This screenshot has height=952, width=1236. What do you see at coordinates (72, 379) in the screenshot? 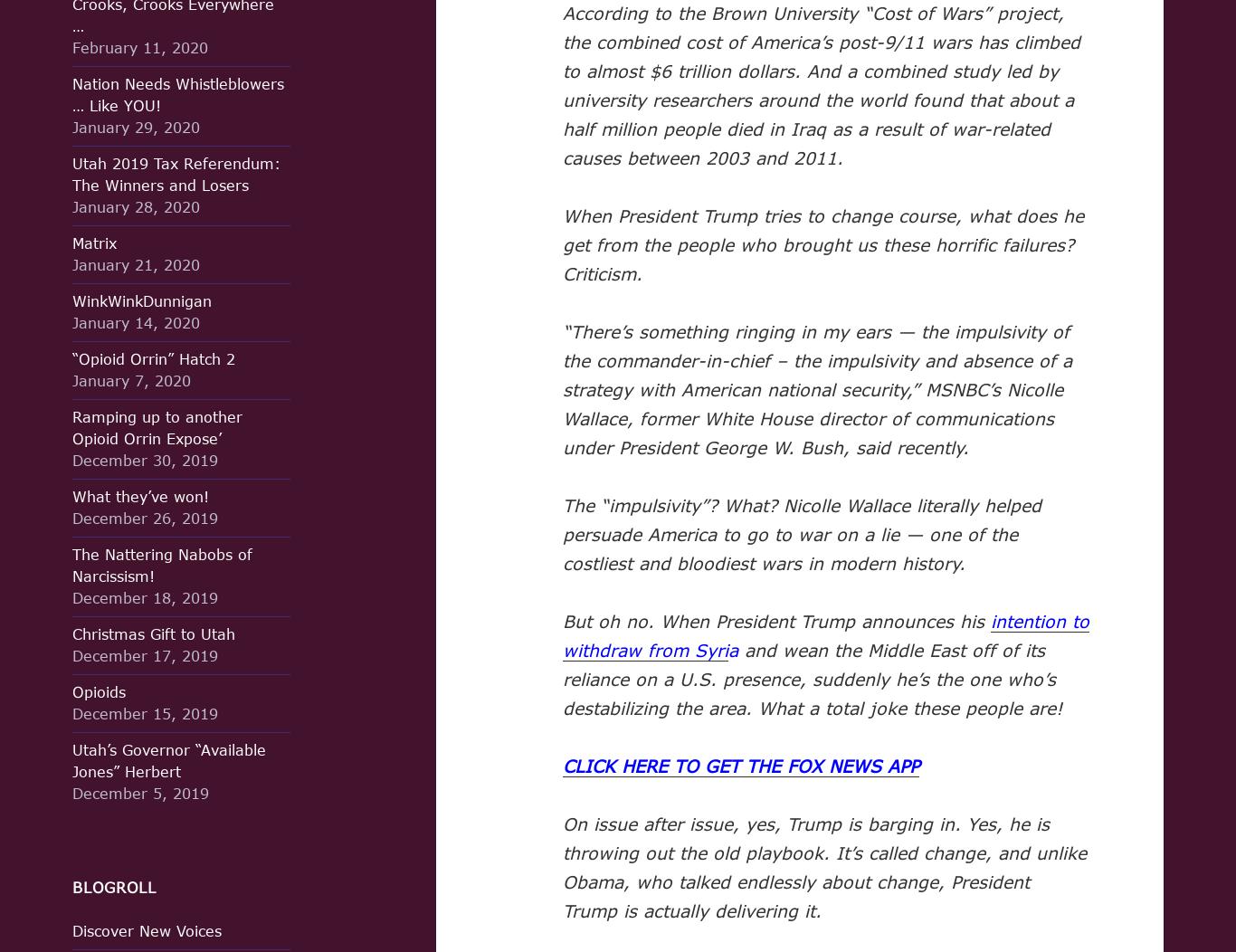
I see `'January 7, 2020'` at bounding box center [72, 379].